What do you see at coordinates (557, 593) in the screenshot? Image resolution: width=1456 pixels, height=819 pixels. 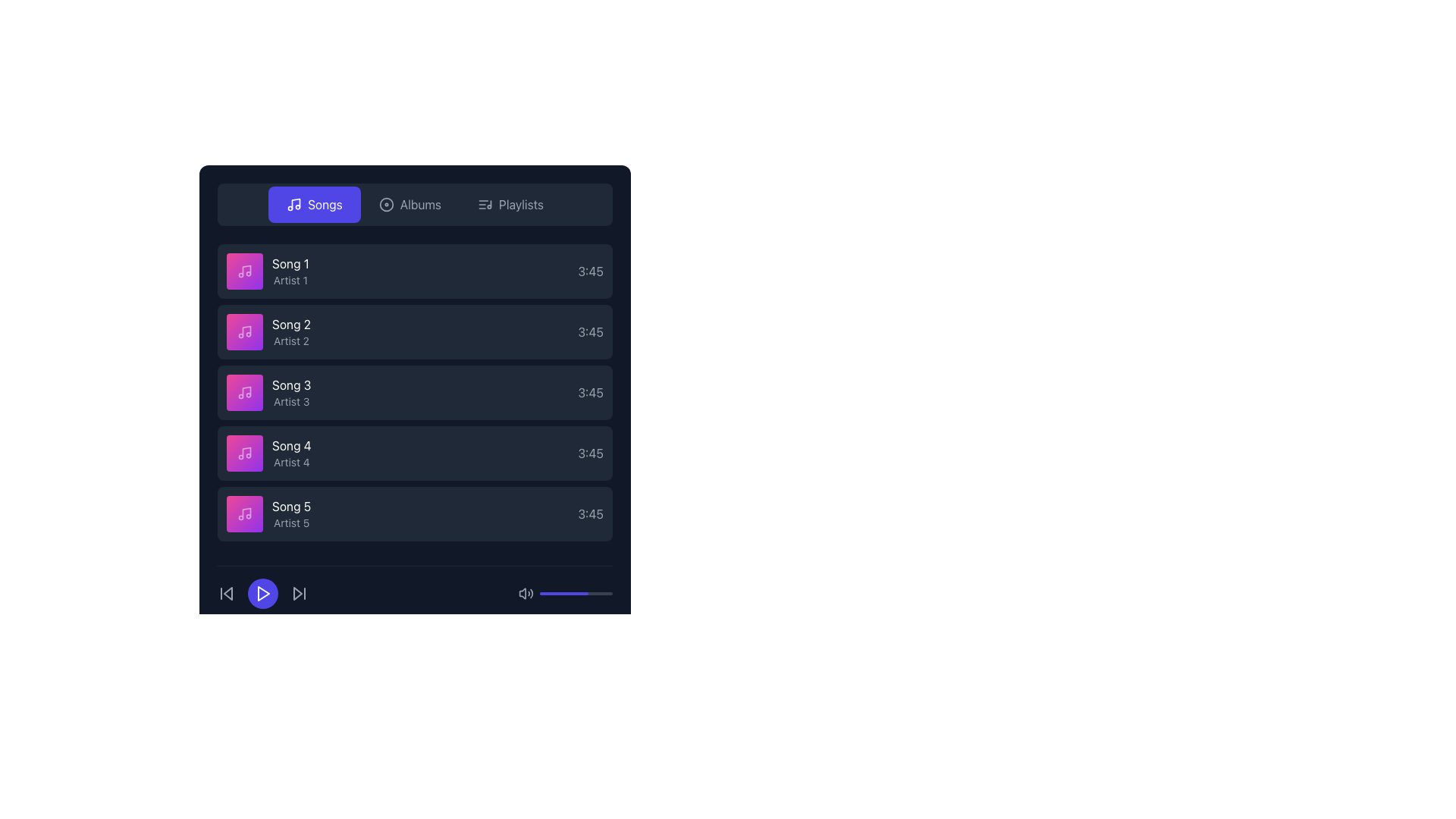 I see `the volume slider` at bounding box center [557, 593].